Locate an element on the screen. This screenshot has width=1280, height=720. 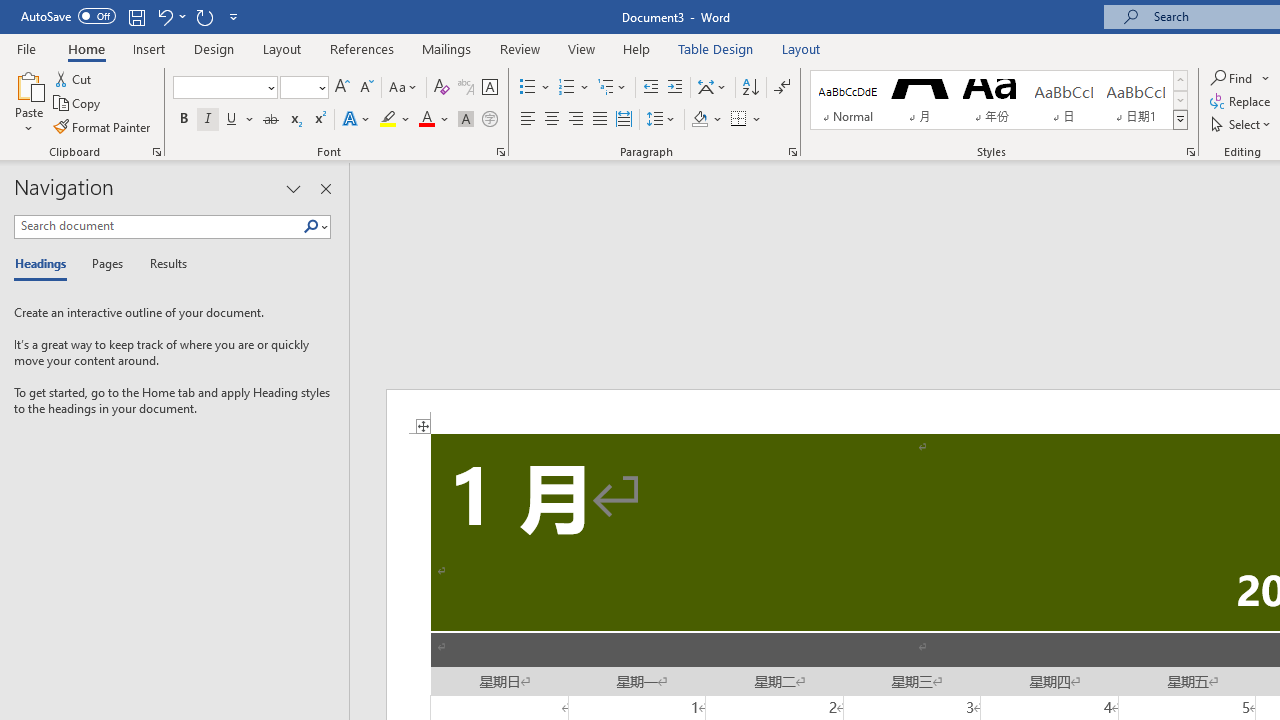
'Shrink Font' is located at coordinates (366, 86).